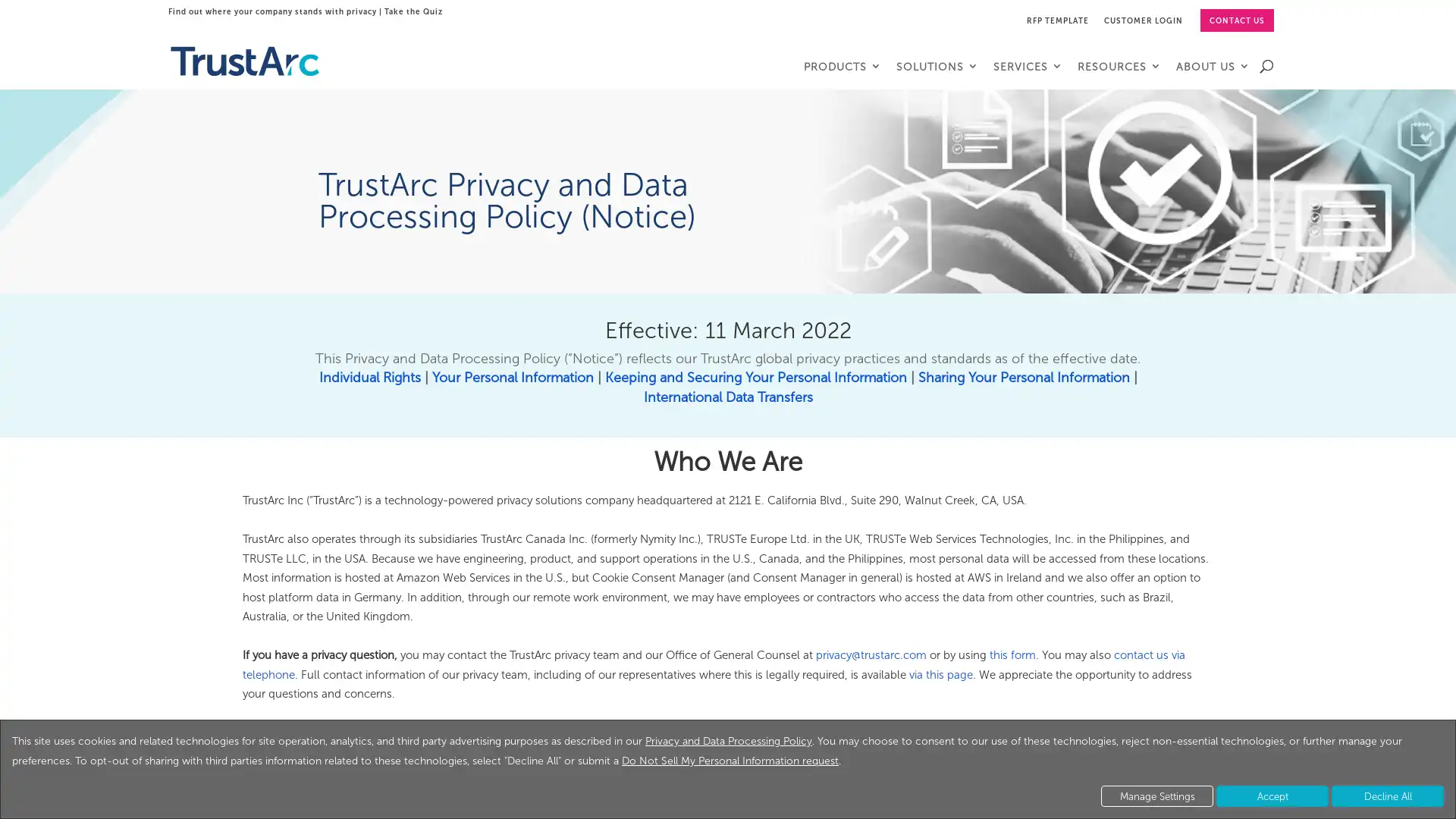 This screenshot has width=1456, height=819. Describe the element at coordinates (1272, 795) in the screenshot. I see `Accept` at that location.